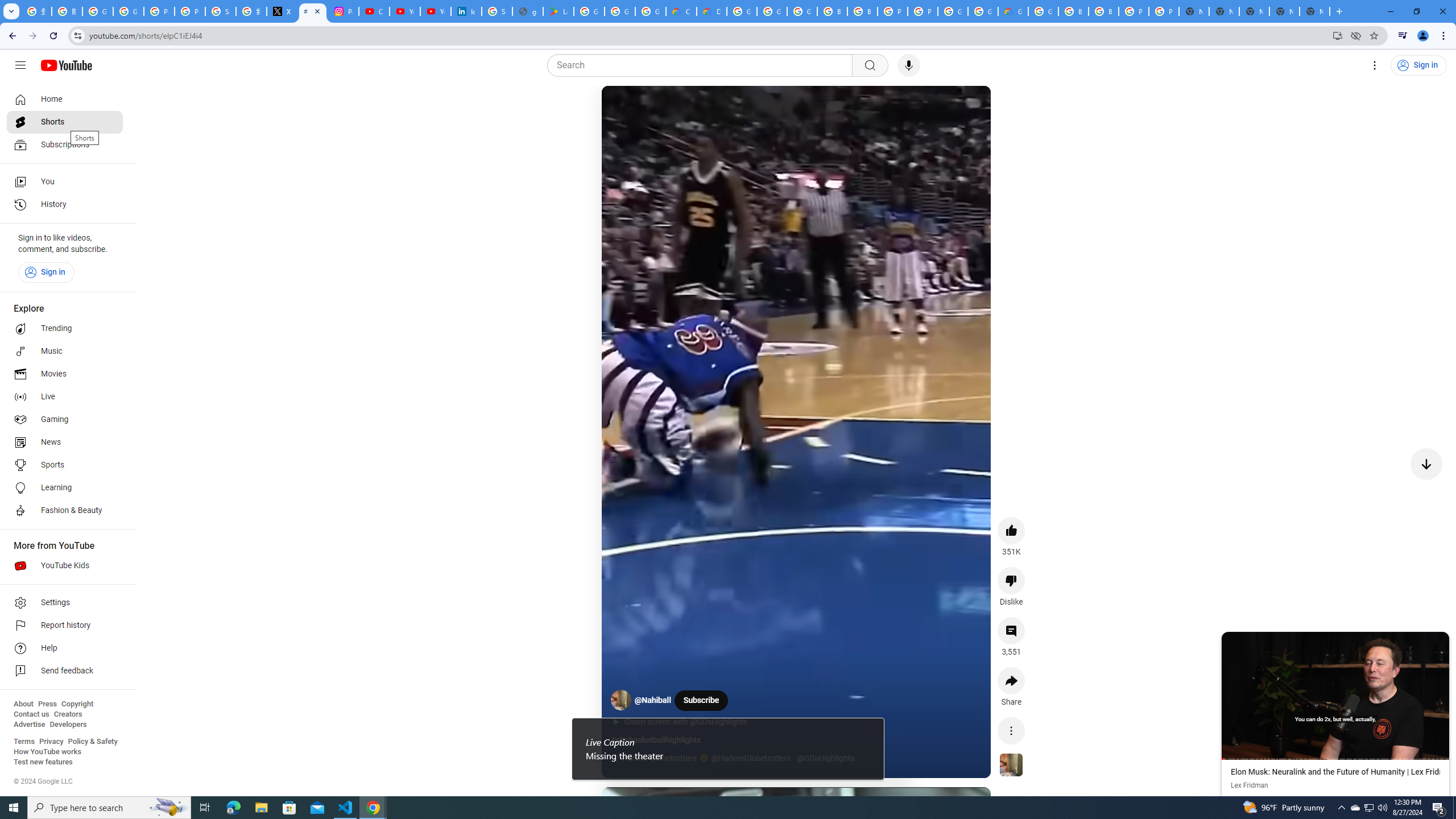 Image resolution: width=1456 pixels, height=819 pixels. What do you see at coordinates (64, 98) in the screenshot?
I see `'Home'` at bounding box center [64, 98].